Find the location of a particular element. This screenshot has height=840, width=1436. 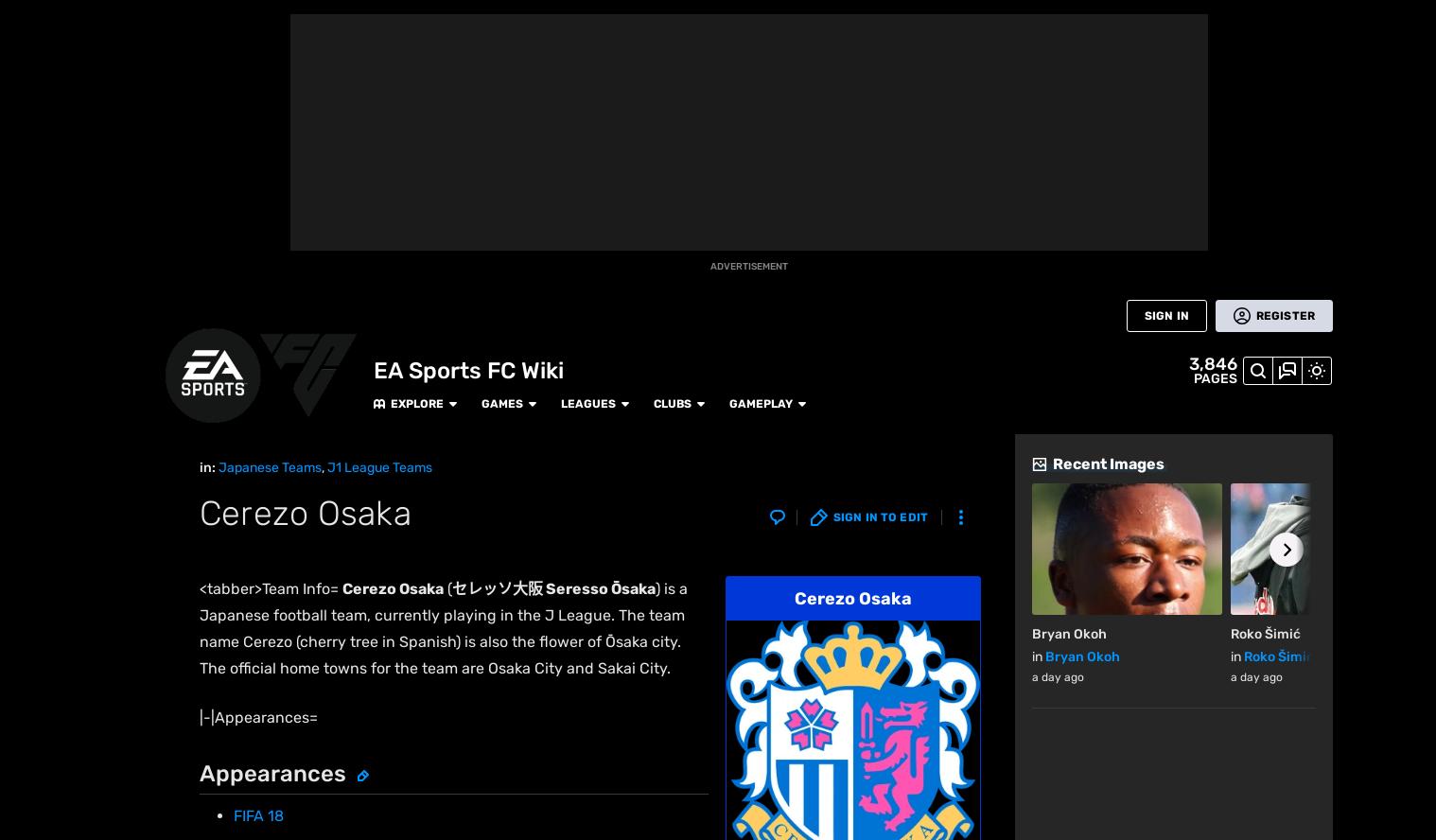

'Sanderson Park' is located at coordinates (311, 601).